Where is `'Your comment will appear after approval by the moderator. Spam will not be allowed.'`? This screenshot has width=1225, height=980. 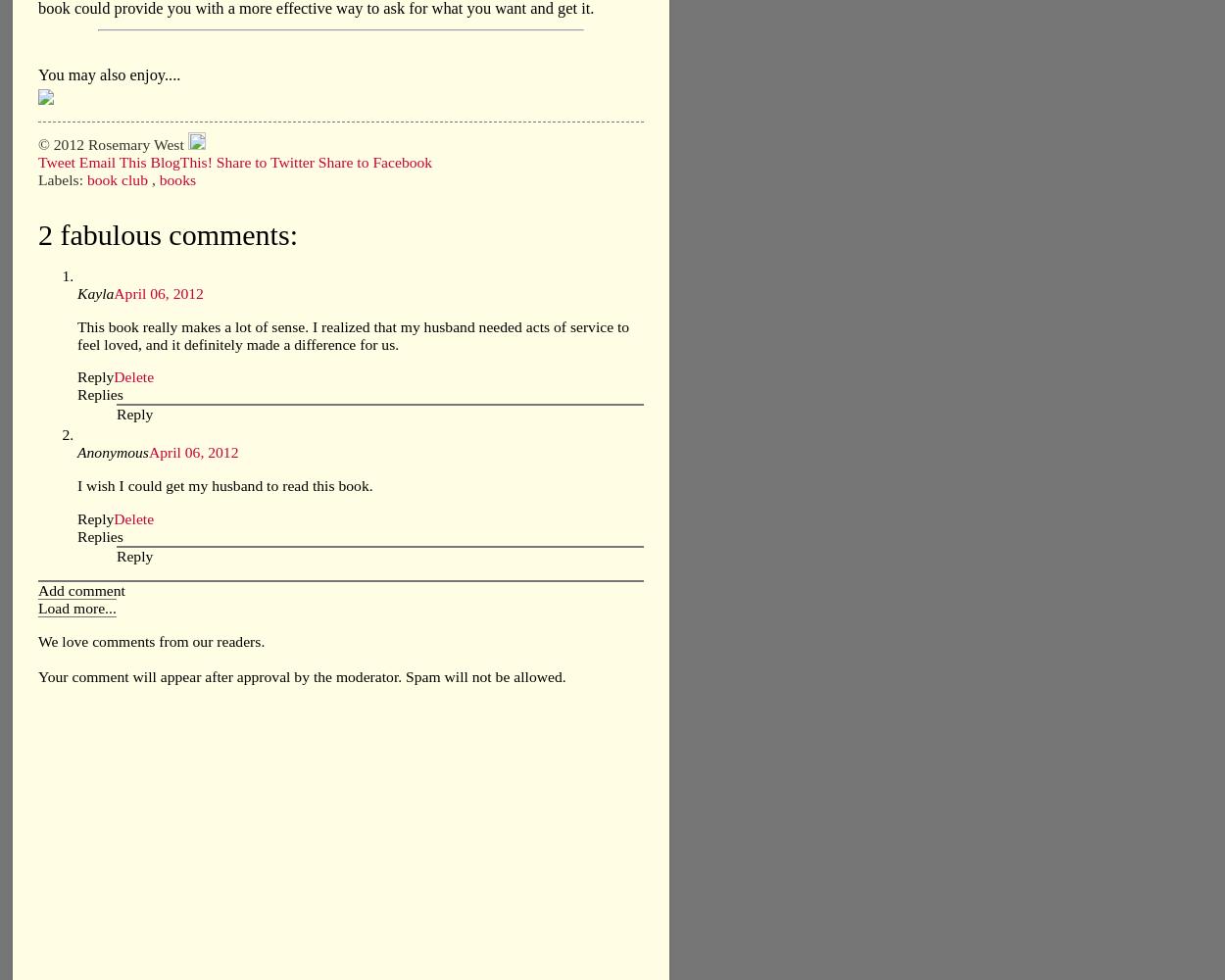
'Your comment will appear after approval by the moderator. Spam will not be allowed.' is located at coordinates (302, 674).